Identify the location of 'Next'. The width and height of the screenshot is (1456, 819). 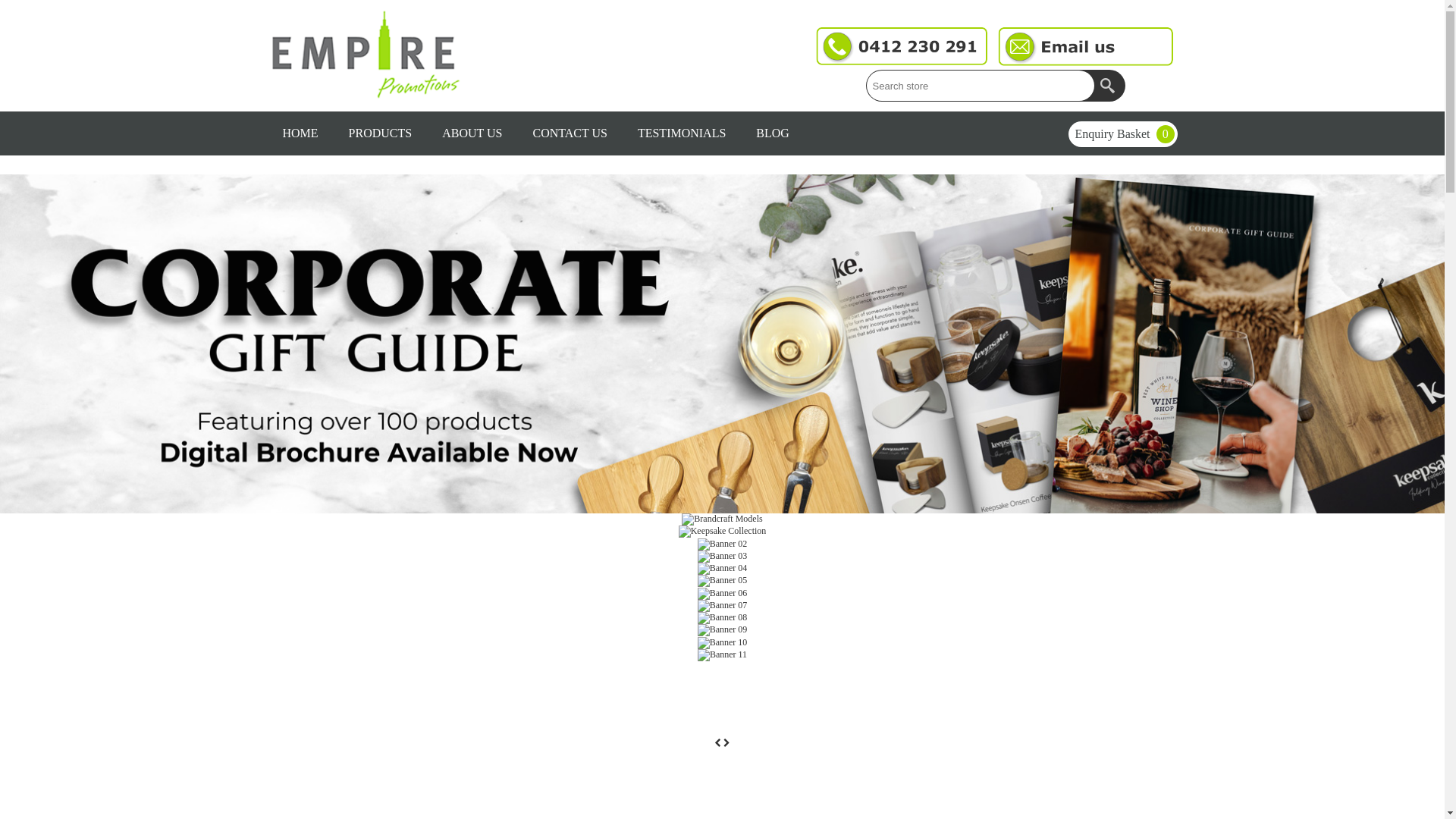
(726, 742).